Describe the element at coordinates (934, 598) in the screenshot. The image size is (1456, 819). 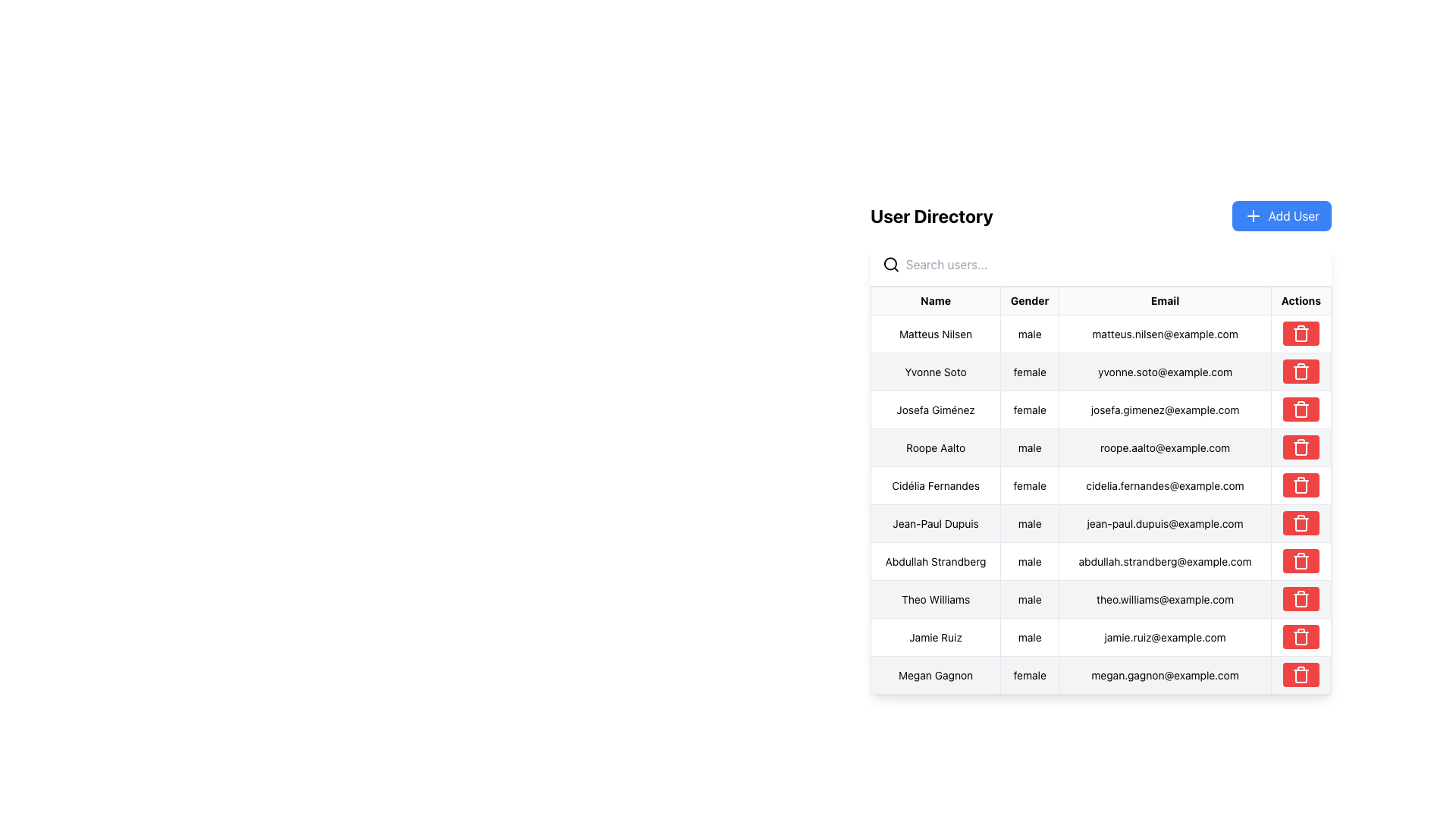
I see `the user name label in the user directory, which is positioned in the first column of the eighth row of the table` at that location.